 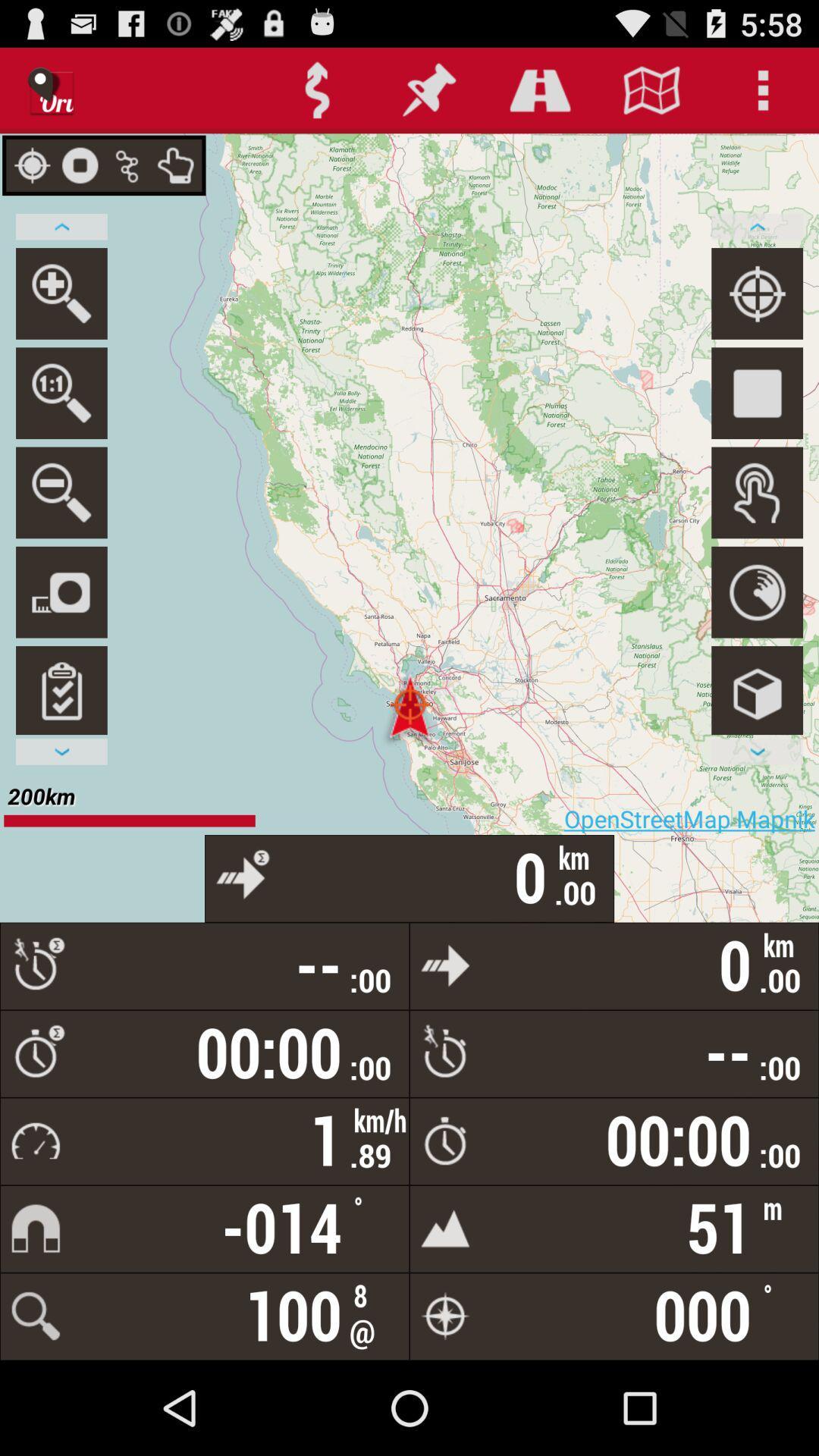 What do you see at coordinates (757, 313) in the screenshot?
I see `the location_crosshair icon` at bounding box center [757, 313].